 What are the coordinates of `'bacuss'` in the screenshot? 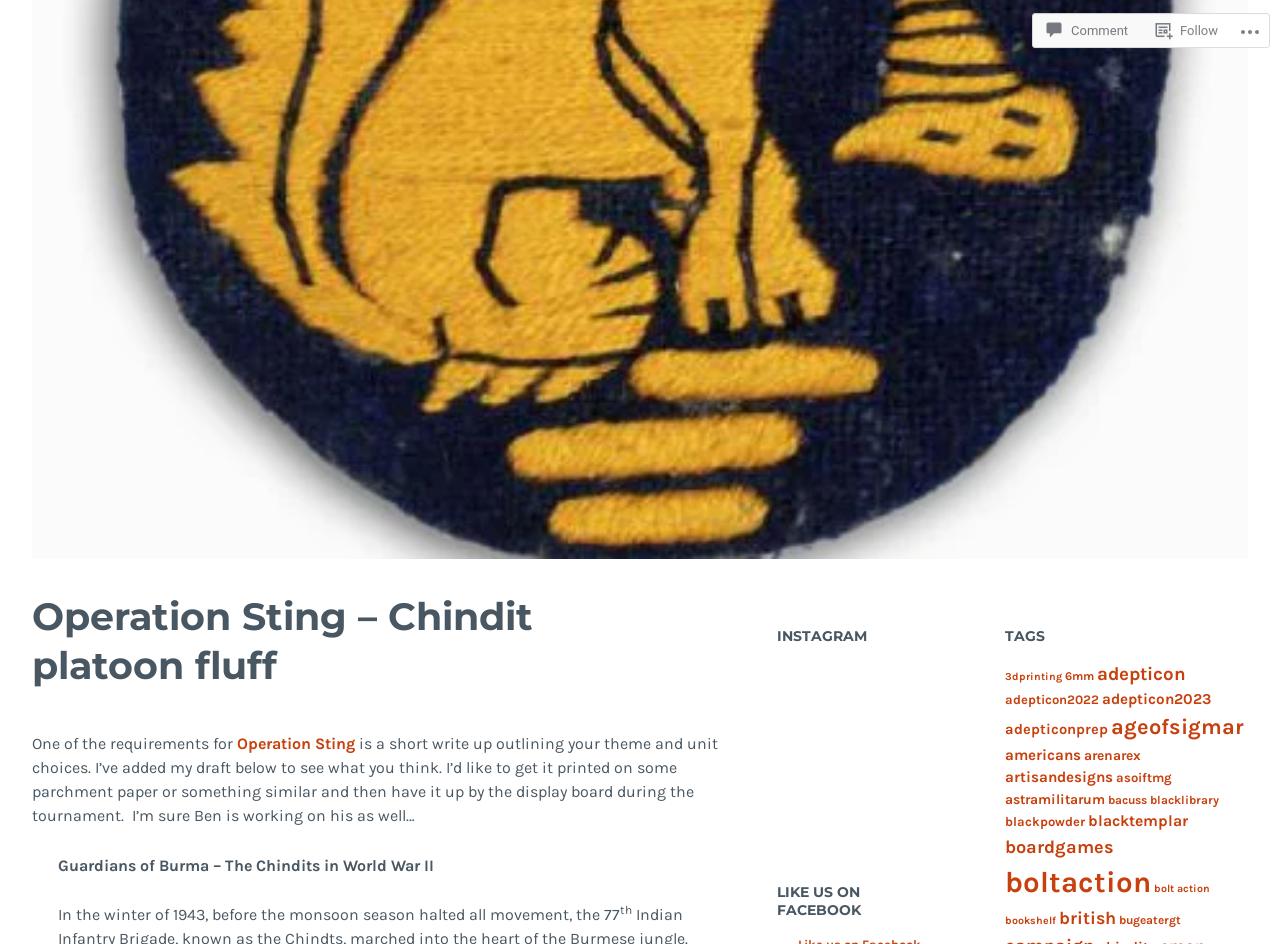 It's located at (1126, 799).